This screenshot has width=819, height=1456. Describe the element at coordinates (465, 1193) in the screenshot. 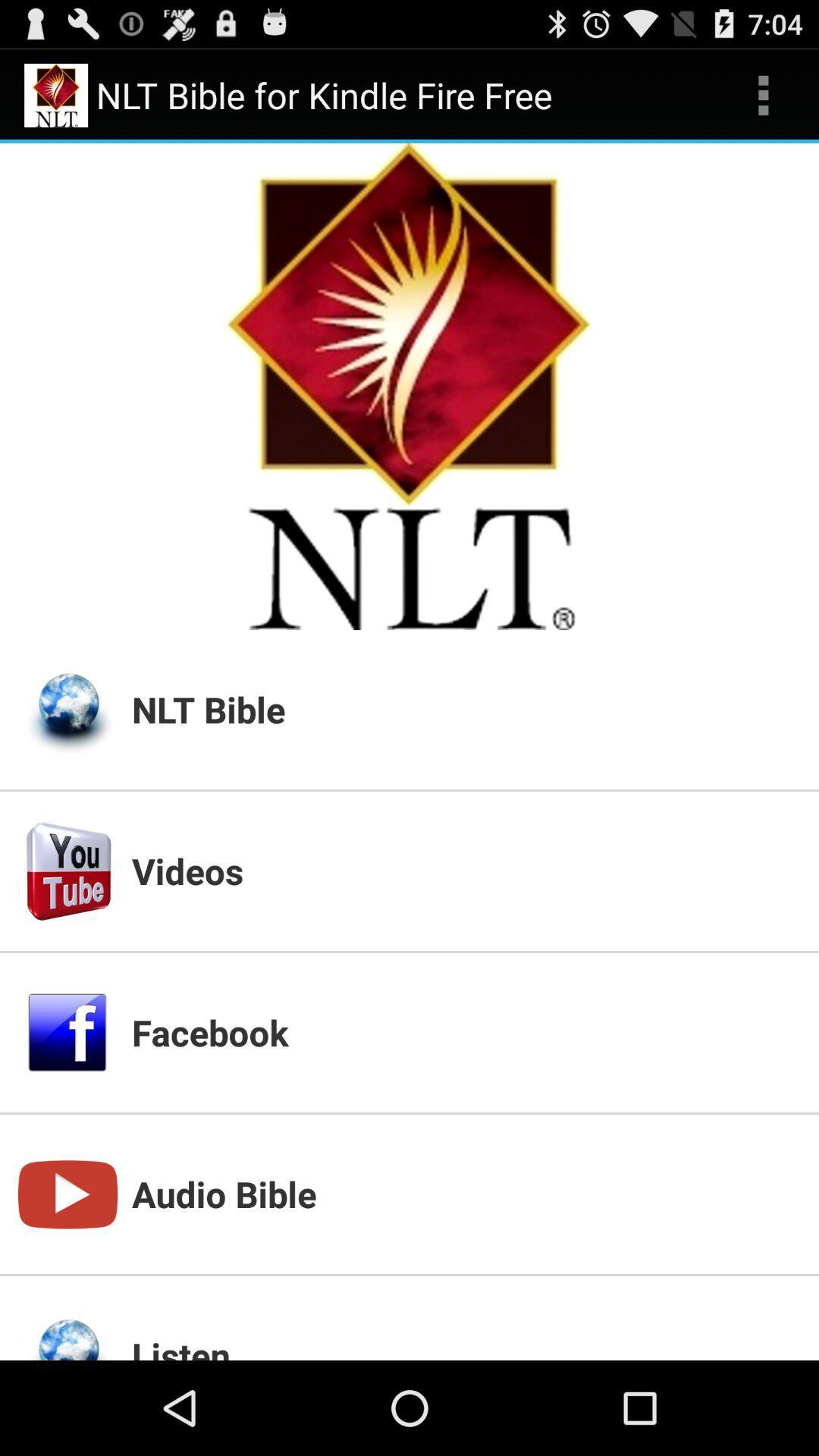

I see `app above listen app` at that location.